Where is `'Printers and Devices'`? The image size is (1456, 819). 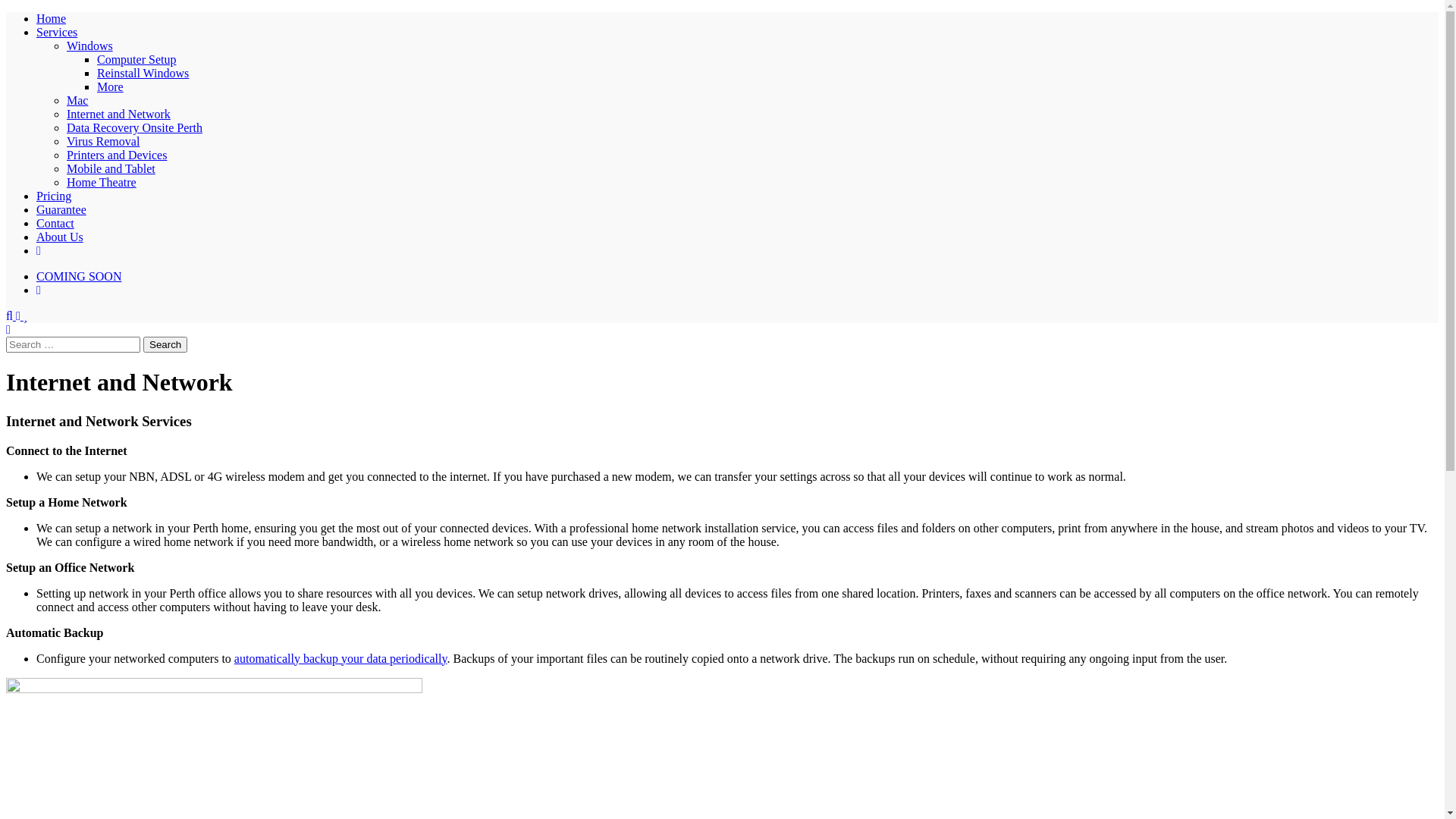
'Printers and Devices' is located at coordinates (65, 155).